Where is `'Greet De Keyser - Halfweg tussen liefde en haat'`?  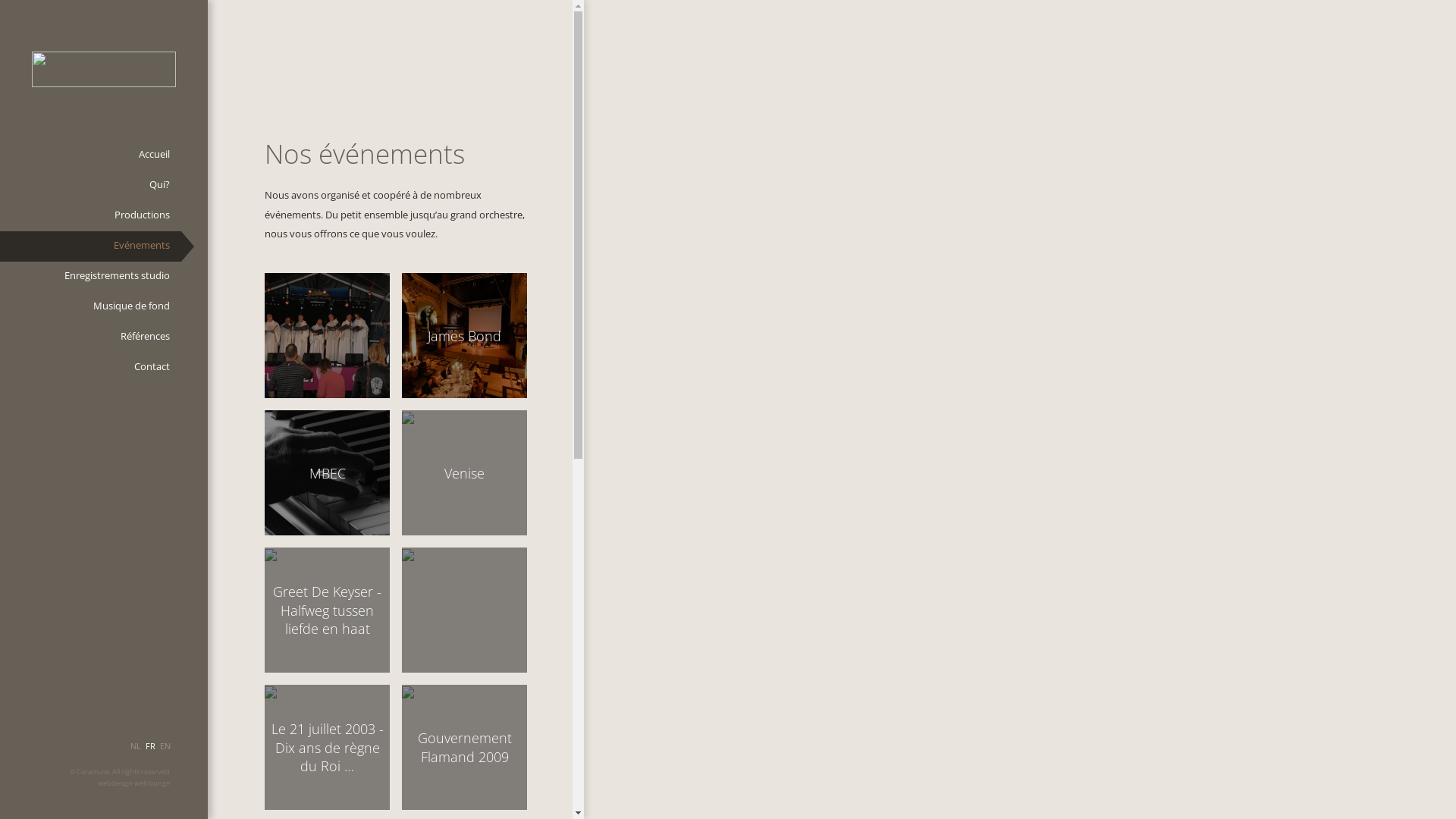
'Greet De Keyser - Halfweg tussen liefde en haat' is located at coordinates (326, 609).